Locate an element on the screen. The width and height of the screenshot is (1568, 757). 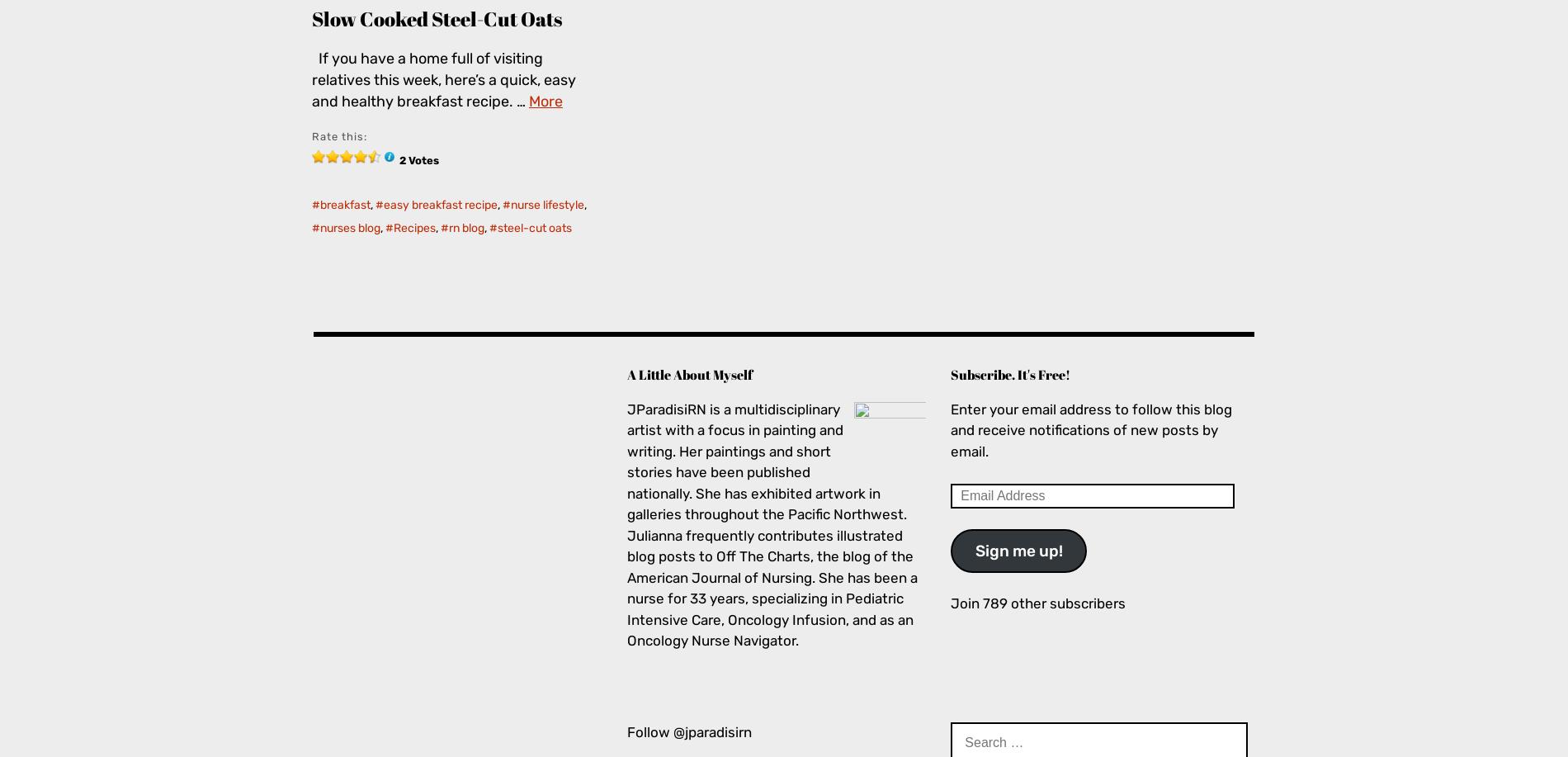
'steel-cut oats' is located at coordinates (535, 228).